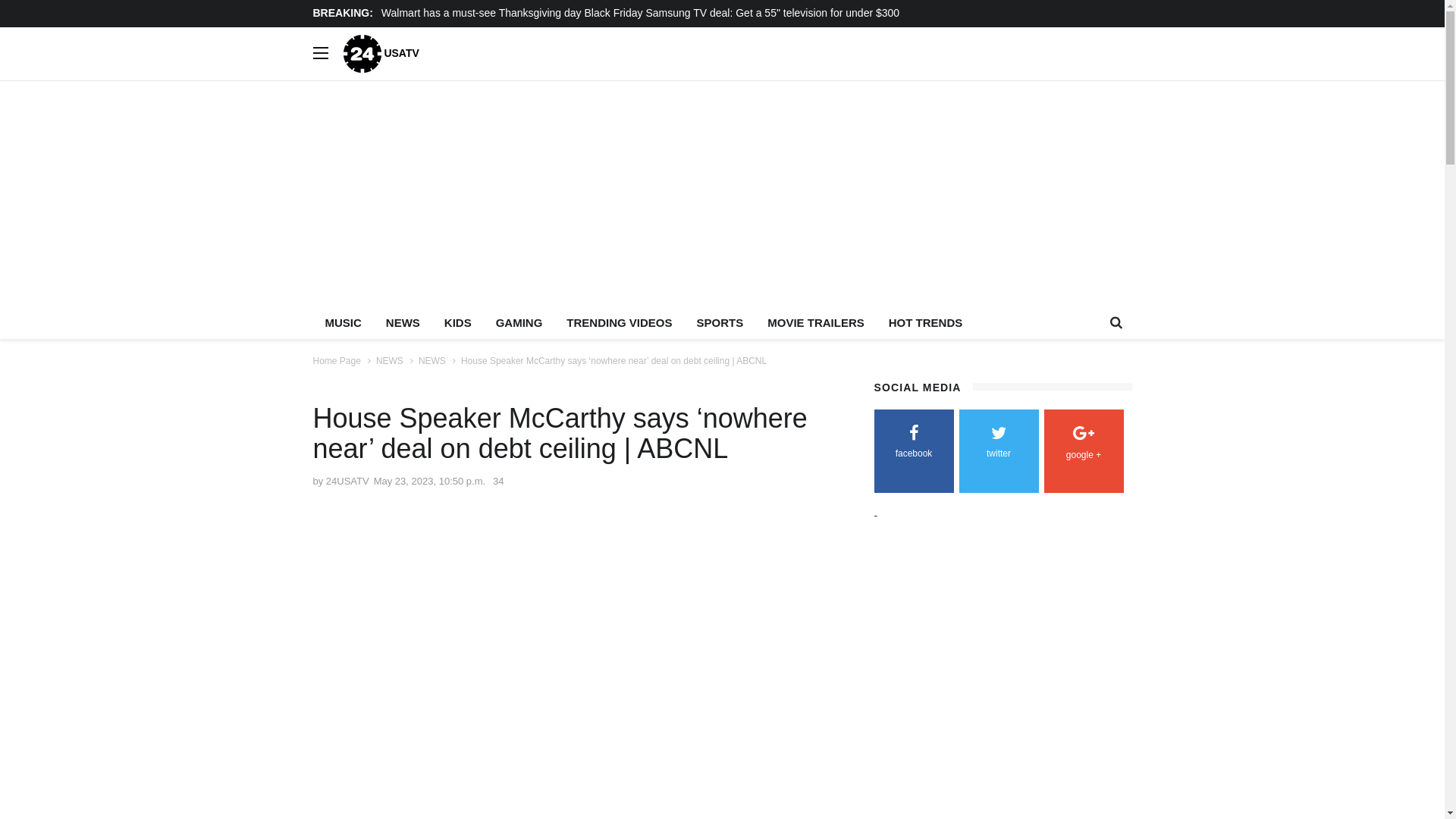 The image size is (1456, 819). Describe the element at coordinates (341, 322) in the screenshot. I see `'MUSIC'` at that location.